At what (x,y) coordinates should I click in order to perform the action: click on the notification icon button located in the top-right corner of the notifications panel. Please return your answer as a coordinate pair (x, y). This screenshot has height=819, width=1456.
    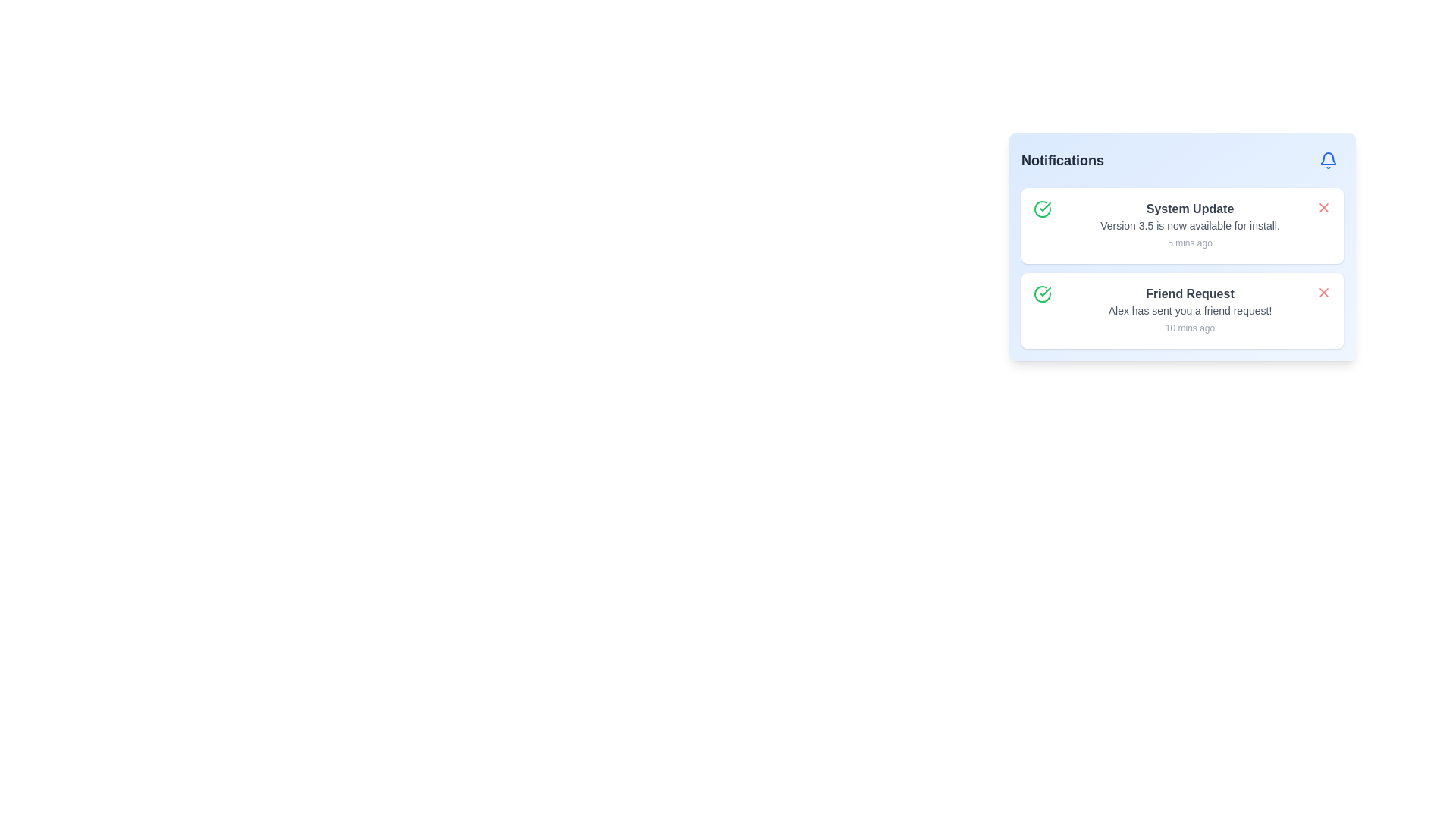
    Looking at the image, I should click on (1328, 161).